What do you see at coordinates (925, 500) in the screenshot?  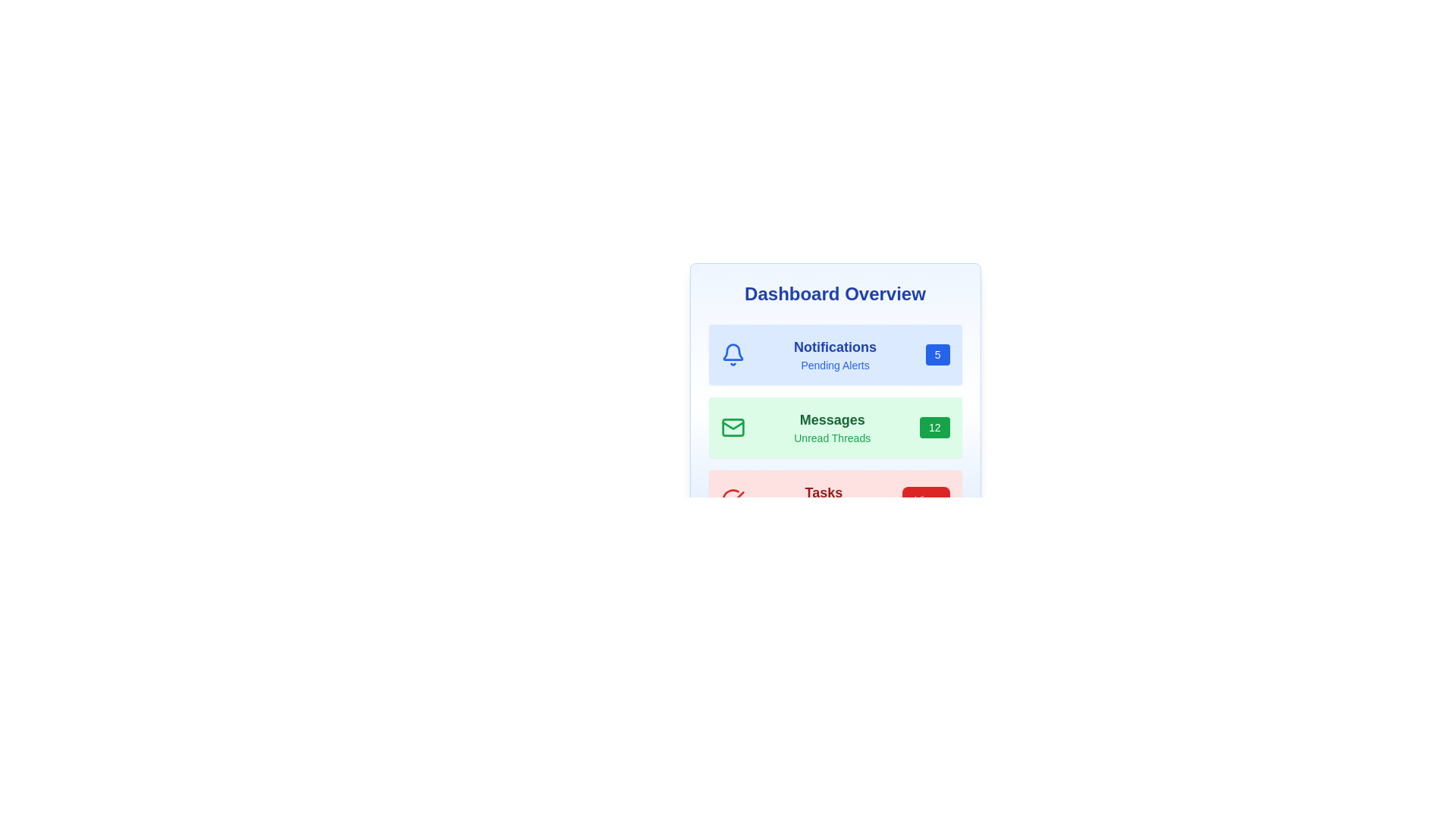 I see `the button located in the lower right corner of the 'Tasks' card to visualize the hover effect` at bounding box center [925, 500].